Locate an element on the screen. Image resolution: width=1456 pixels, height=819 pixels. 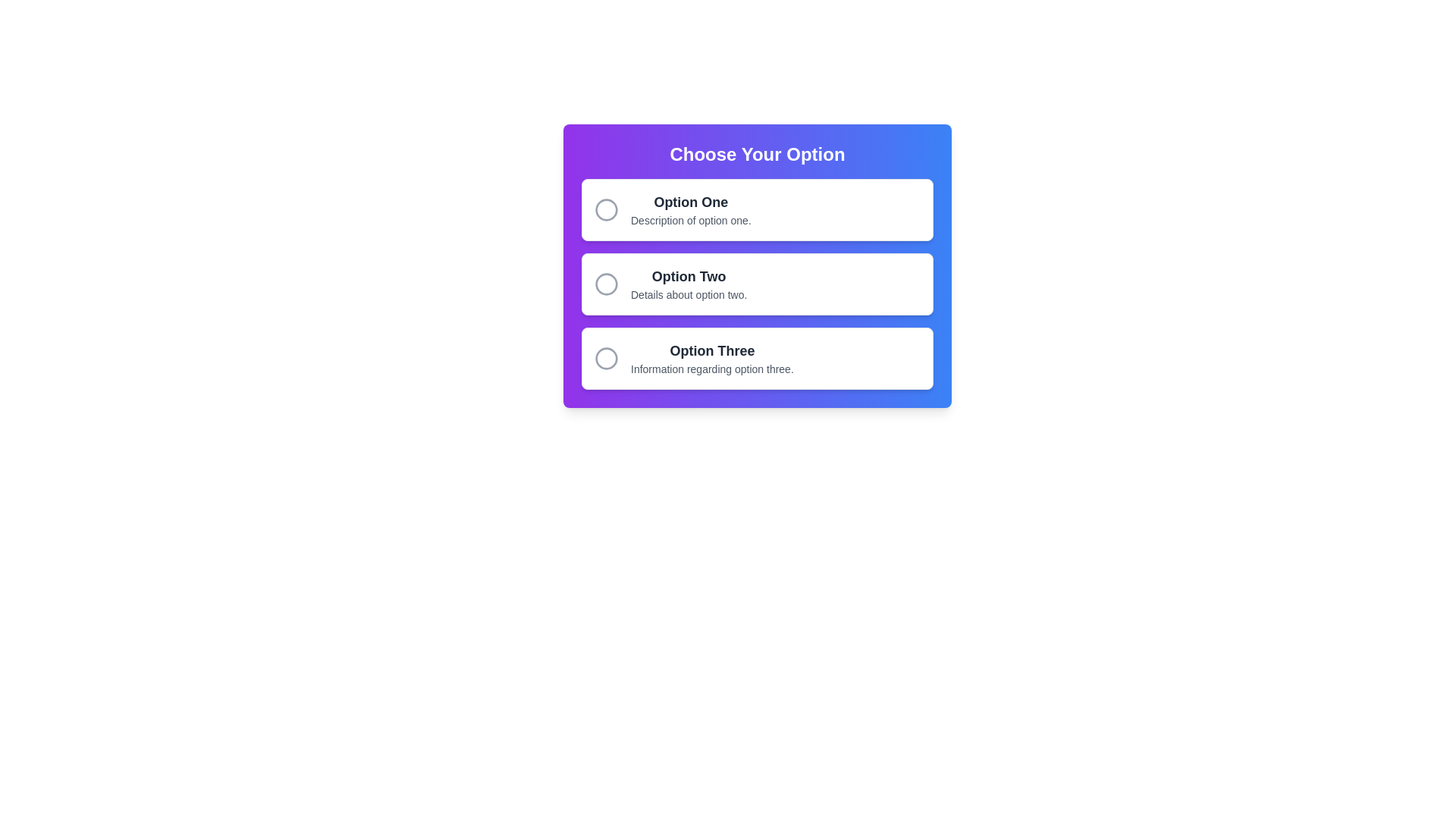
the static text label that serves as the title for the second selectable option in the list, positioned directly above the description 'Details about option two.' is located at coordinates (688, 277).